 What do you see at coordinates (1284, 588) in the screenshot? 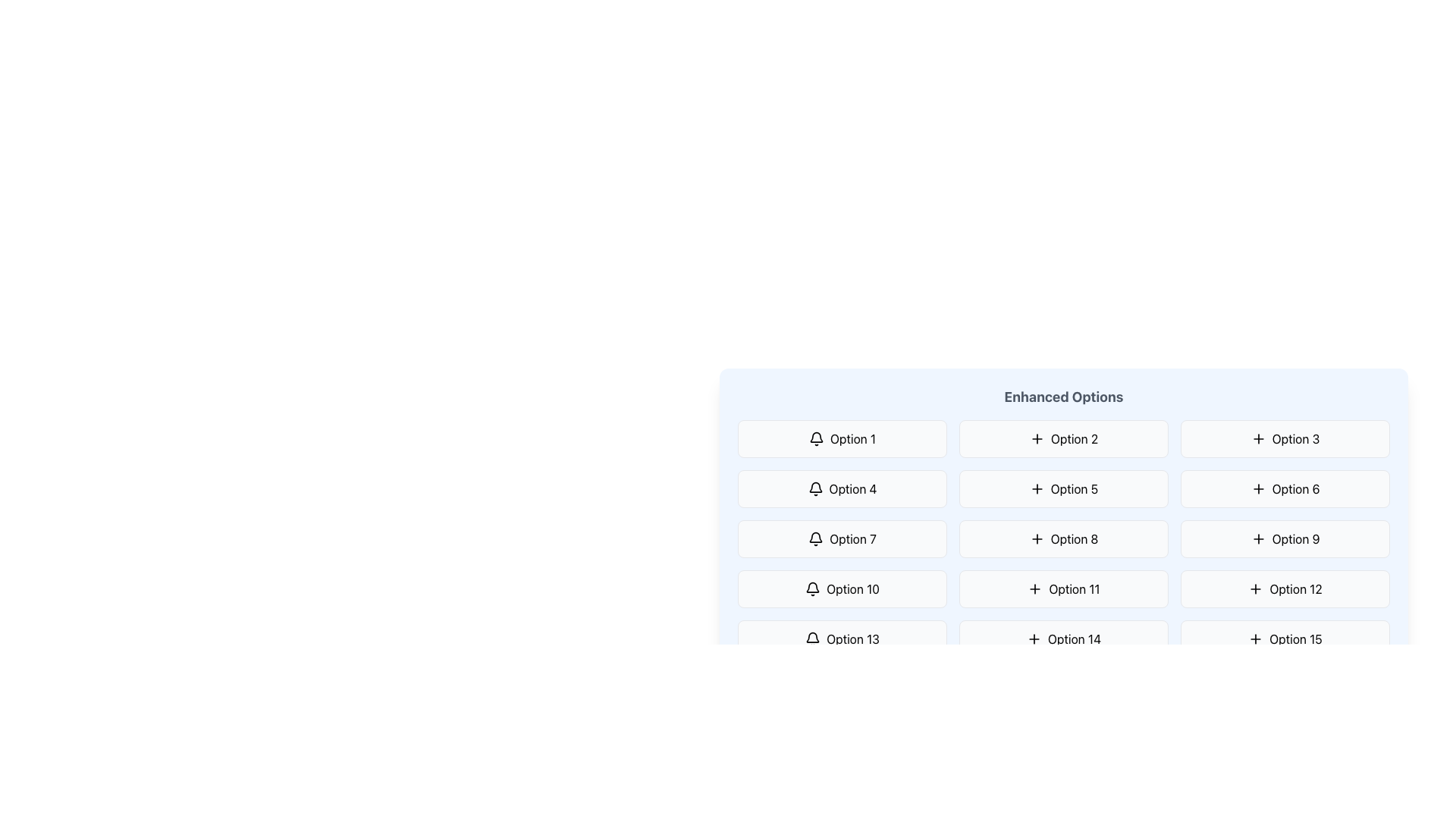
I see `the button labeled 'Option 12' which has a plus icon and is styled with rounded corners, positioned at the bottom-right of the fourth row in a 3-column grid layout` at bounding box center [1284, 588].